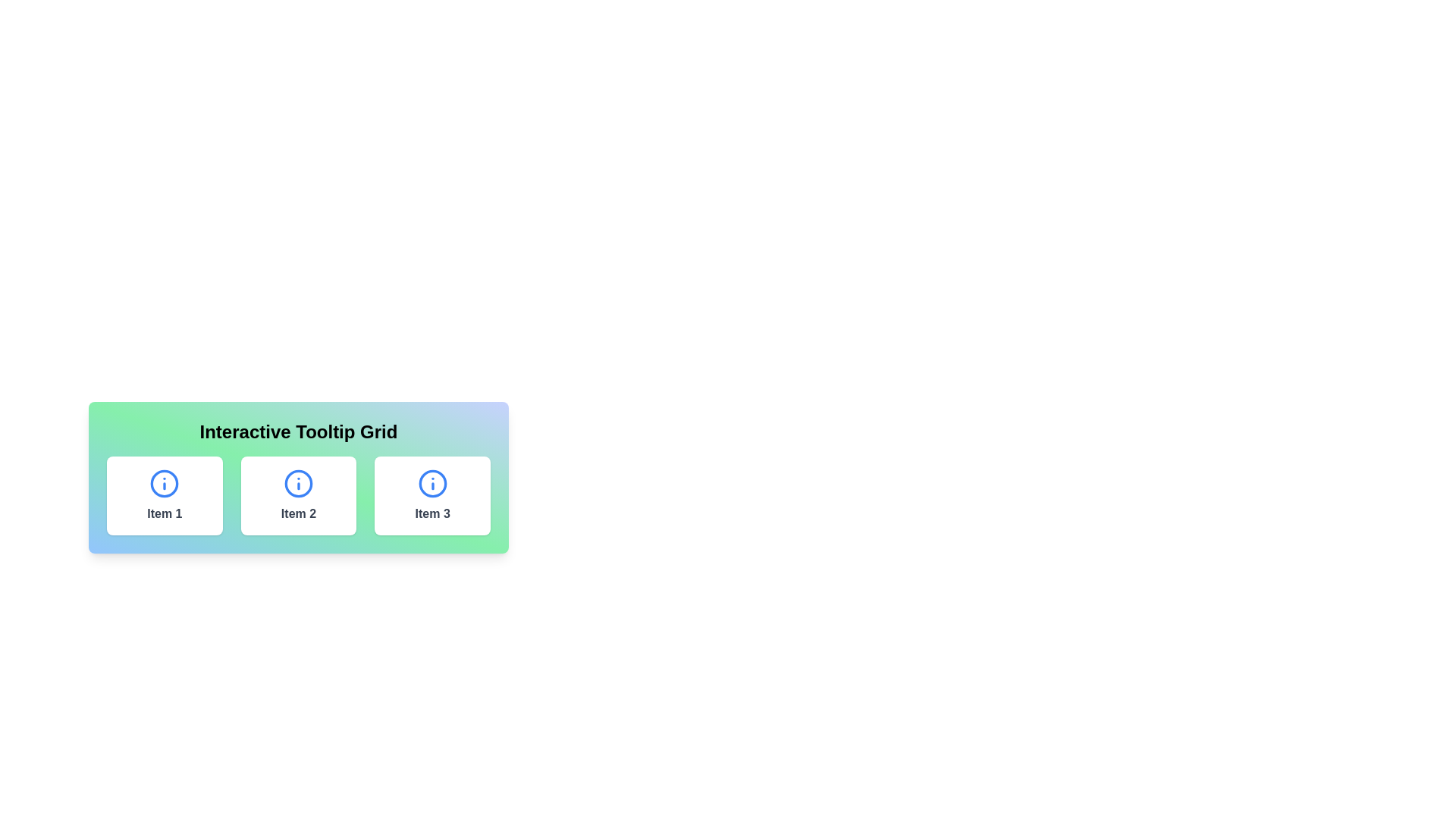 Image resolution: width=1456 pixels, height=819 pixels. Describe the element at coordinates (431, 483) in the screenshot. I see `the SVG Circle located in the center of the third column of the grid, which visually represents information or an interactive element` at that location.